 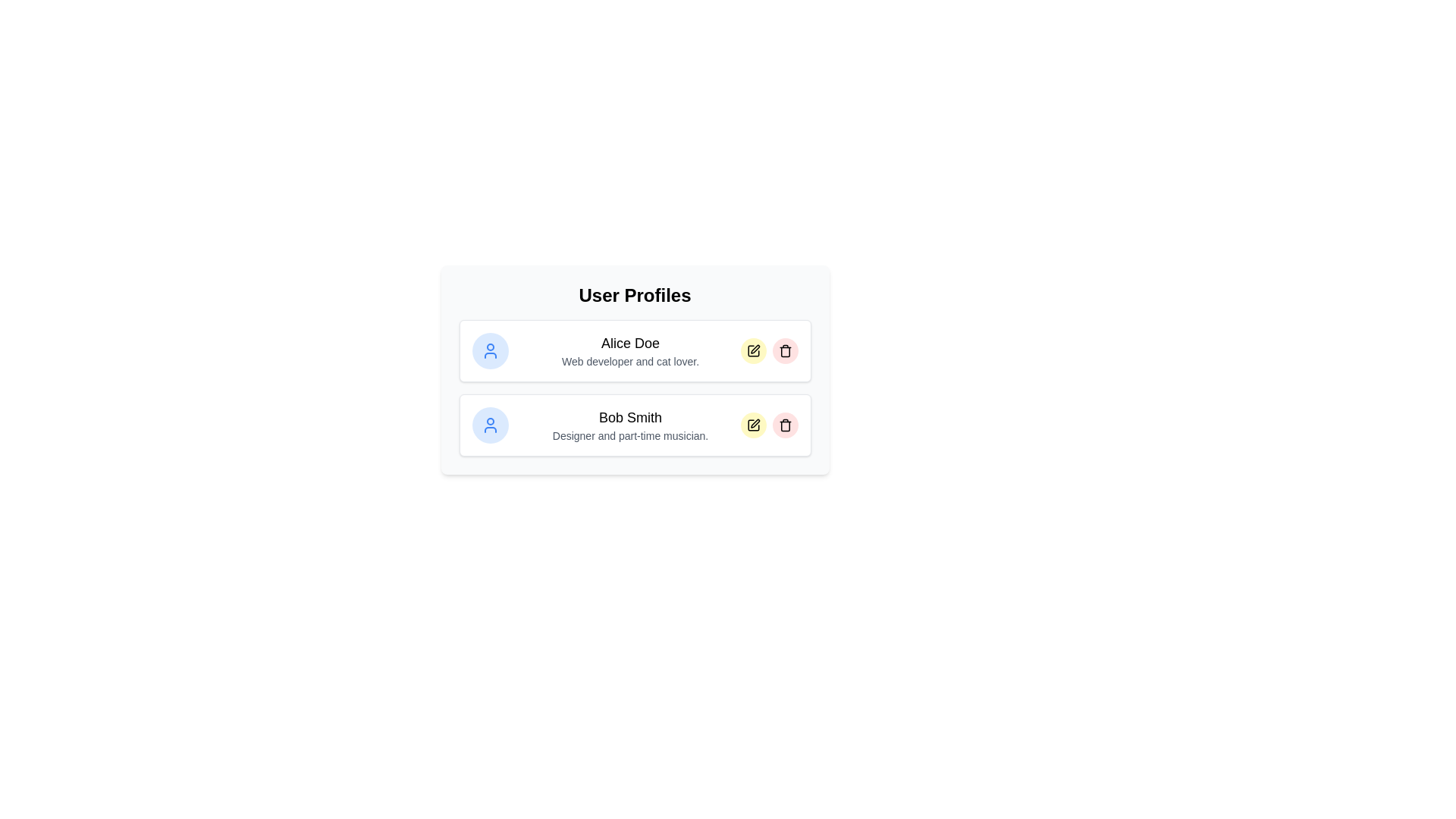 I want to click on the profile avatar of Alice Doe, so click(x=490, y=350).